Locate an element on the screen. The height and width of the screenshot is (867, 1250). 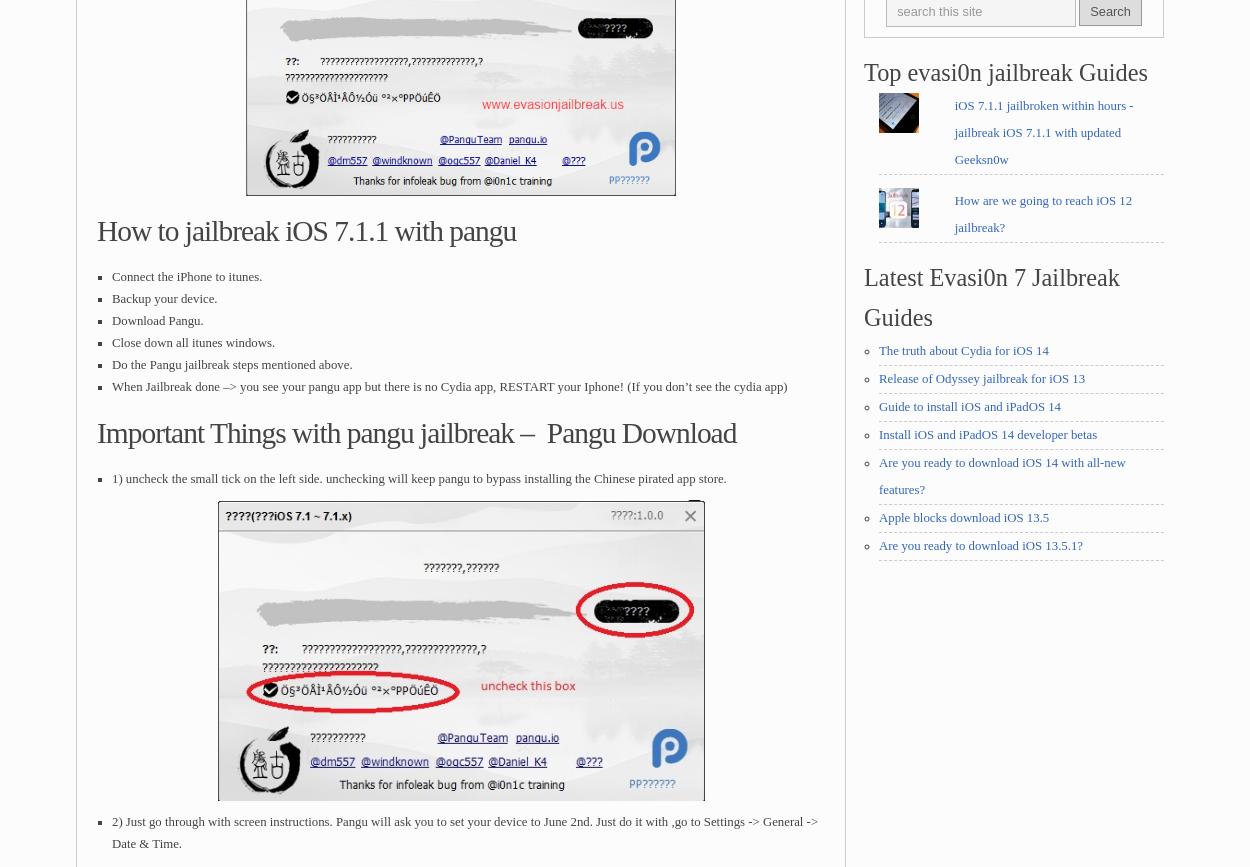
'Are you ready to download iOS 14 with all-new features?' is located at coordinates (879, 474).